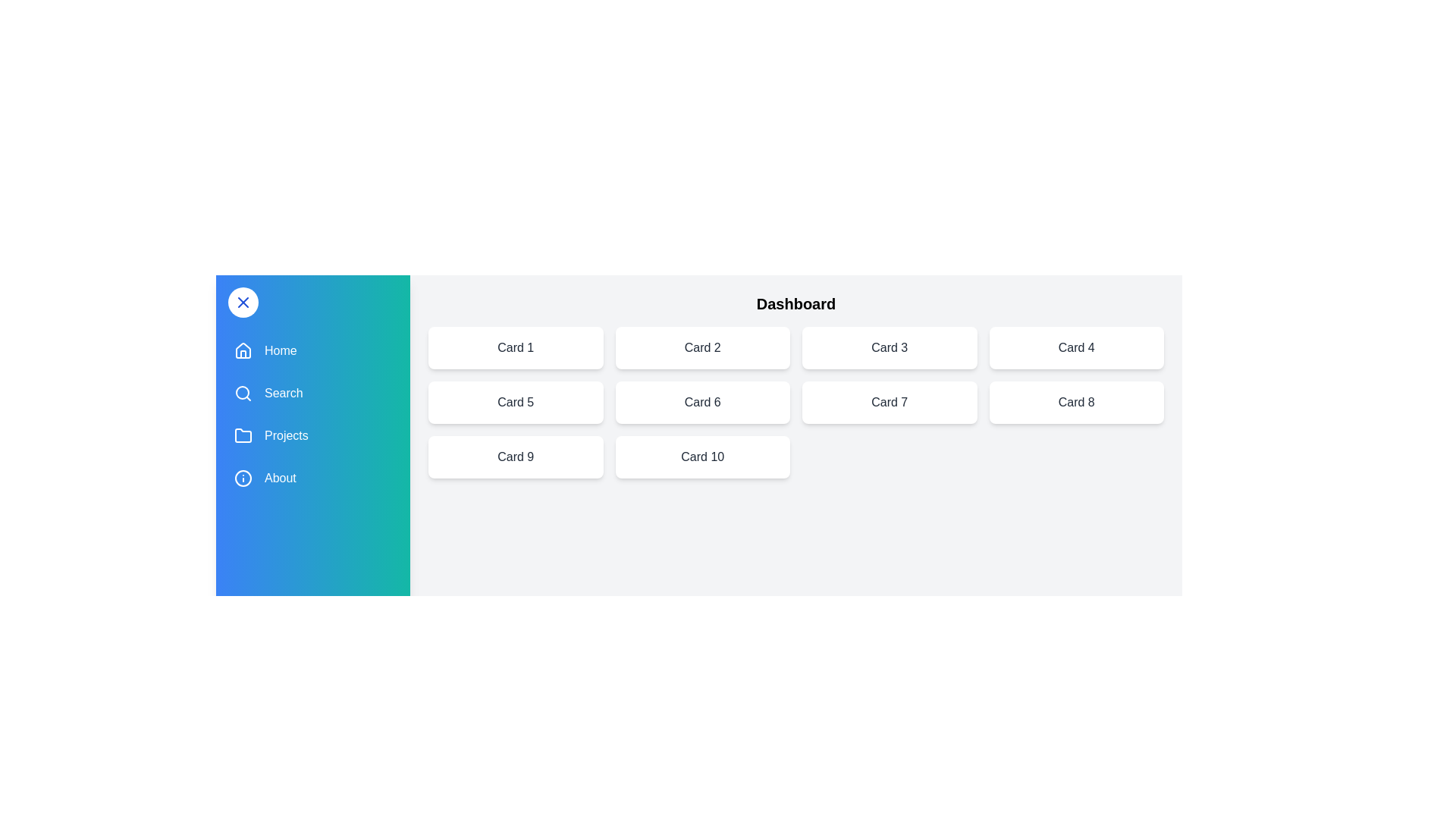  What do you see at coordinates (312, 479) in the screenshot?
I see `the menu item labeled About` at bounding box center [312, 479].